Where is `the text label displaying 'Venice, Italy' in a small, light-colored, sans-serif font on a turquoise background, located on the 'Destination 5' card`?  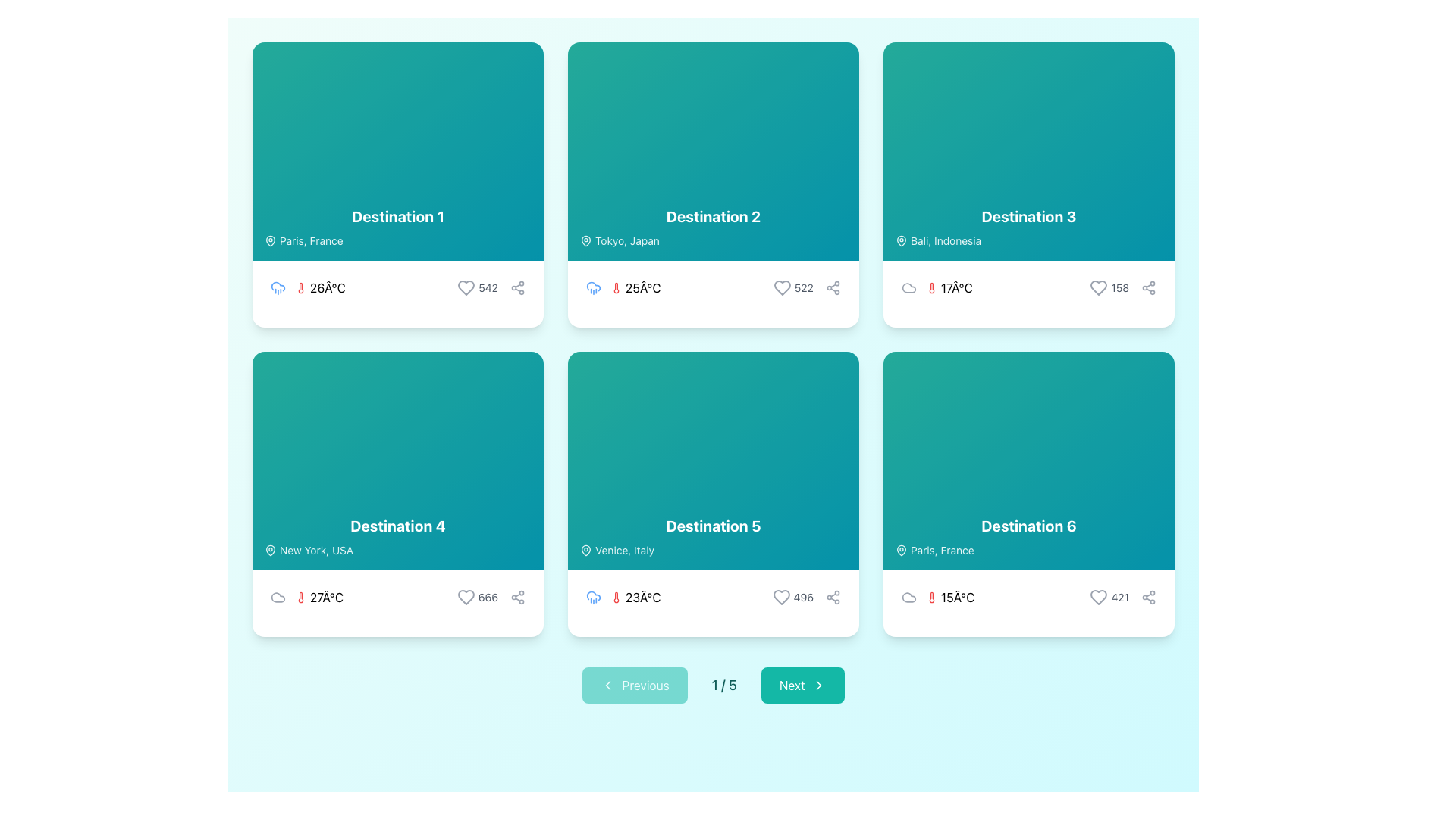
the text label displaying 'Venice, Italy' in a small, light-colored, sans-serif font on a turquoise background, located on the 'Destination 5' card is located at coordinates (625, 550).